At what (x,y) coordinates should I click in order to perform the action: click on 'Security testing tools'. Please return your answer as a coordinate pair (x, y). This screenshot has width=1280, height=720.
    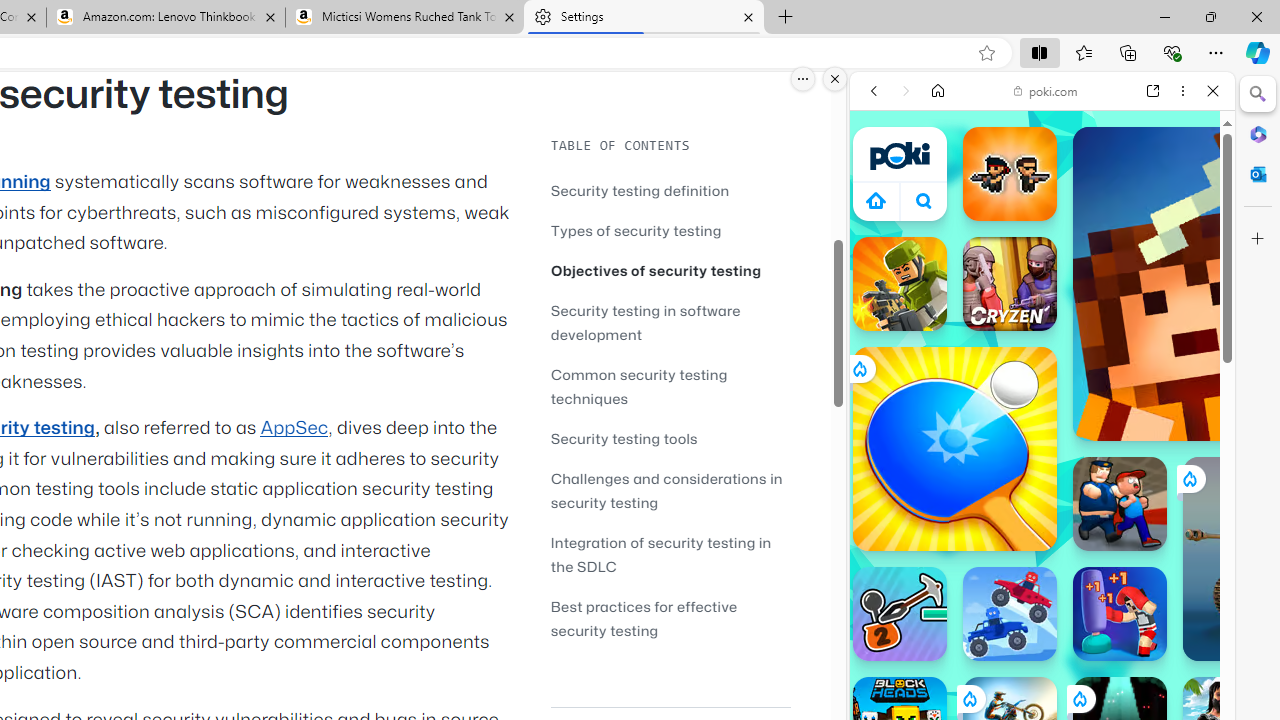
    Looking at the image, I should click on (623, 437).